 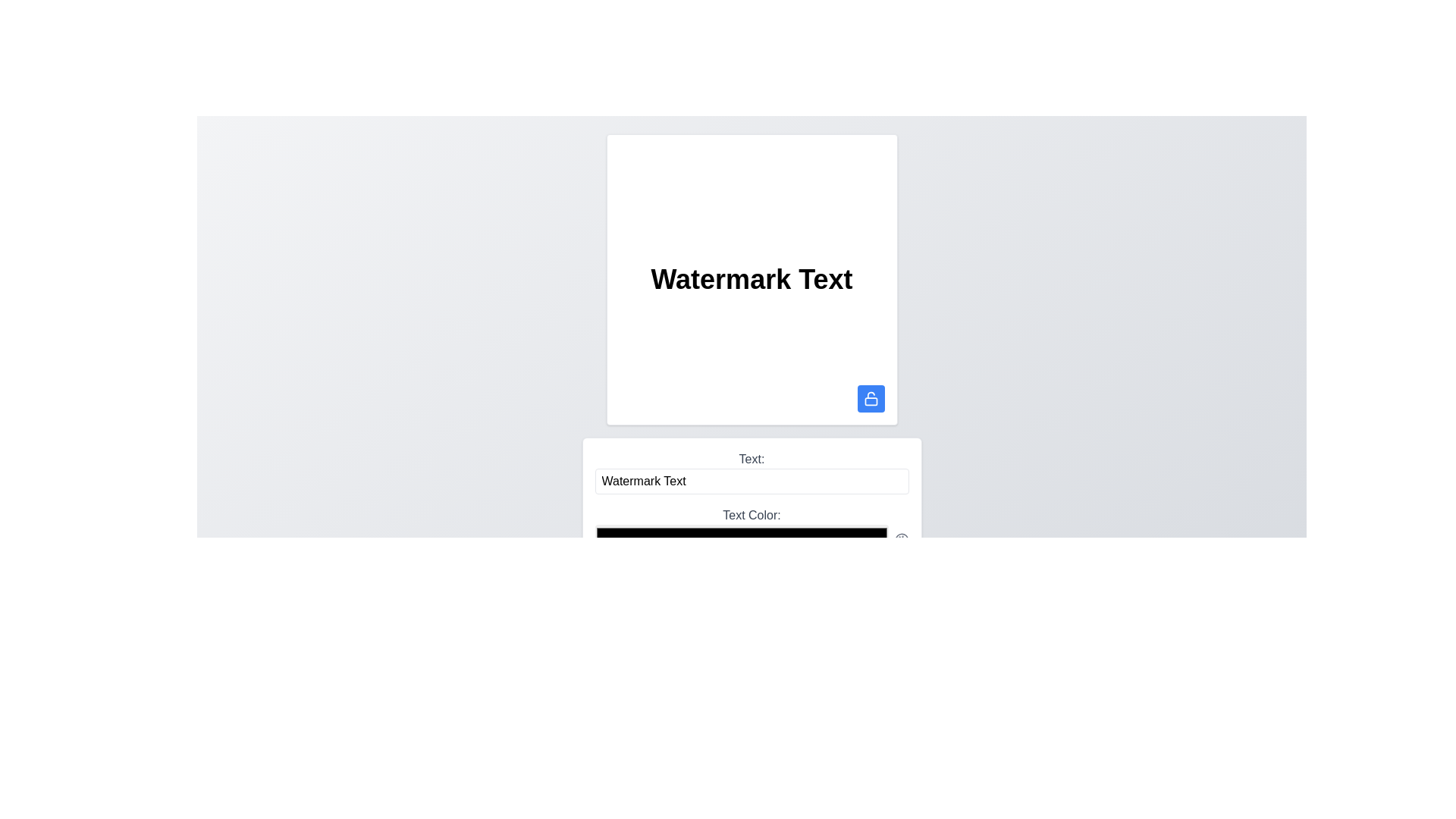 What do you see at coordinates (871, 397) in the screenshot?
I see `the square button with a blue background and an unlocked padlock icon located at the bottom-right corner of the 'Watermark Text' section` at bounding box center [871, 397].